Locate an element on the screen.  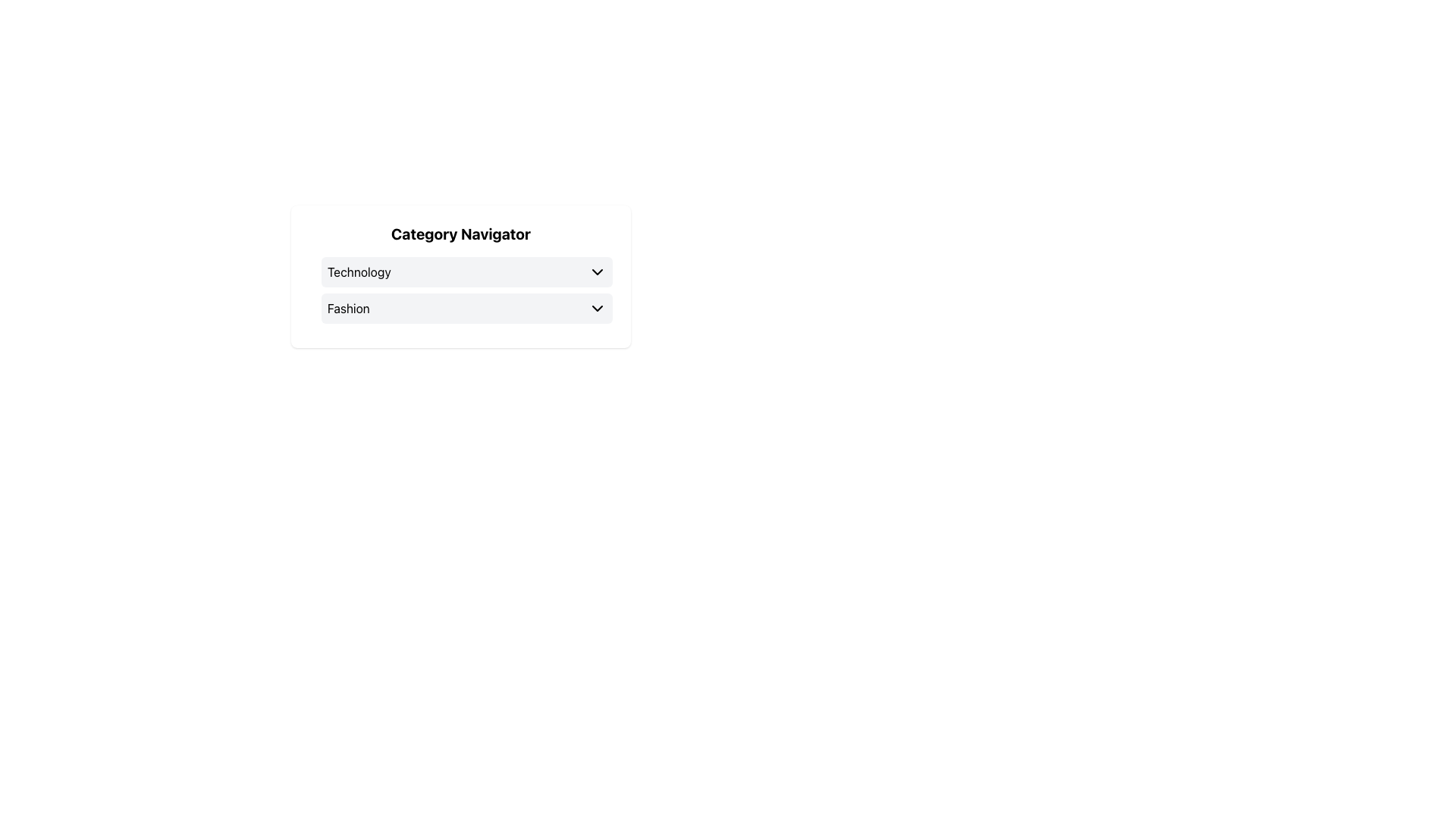
the 'Fashion' label is located at coordinates (347, 308).